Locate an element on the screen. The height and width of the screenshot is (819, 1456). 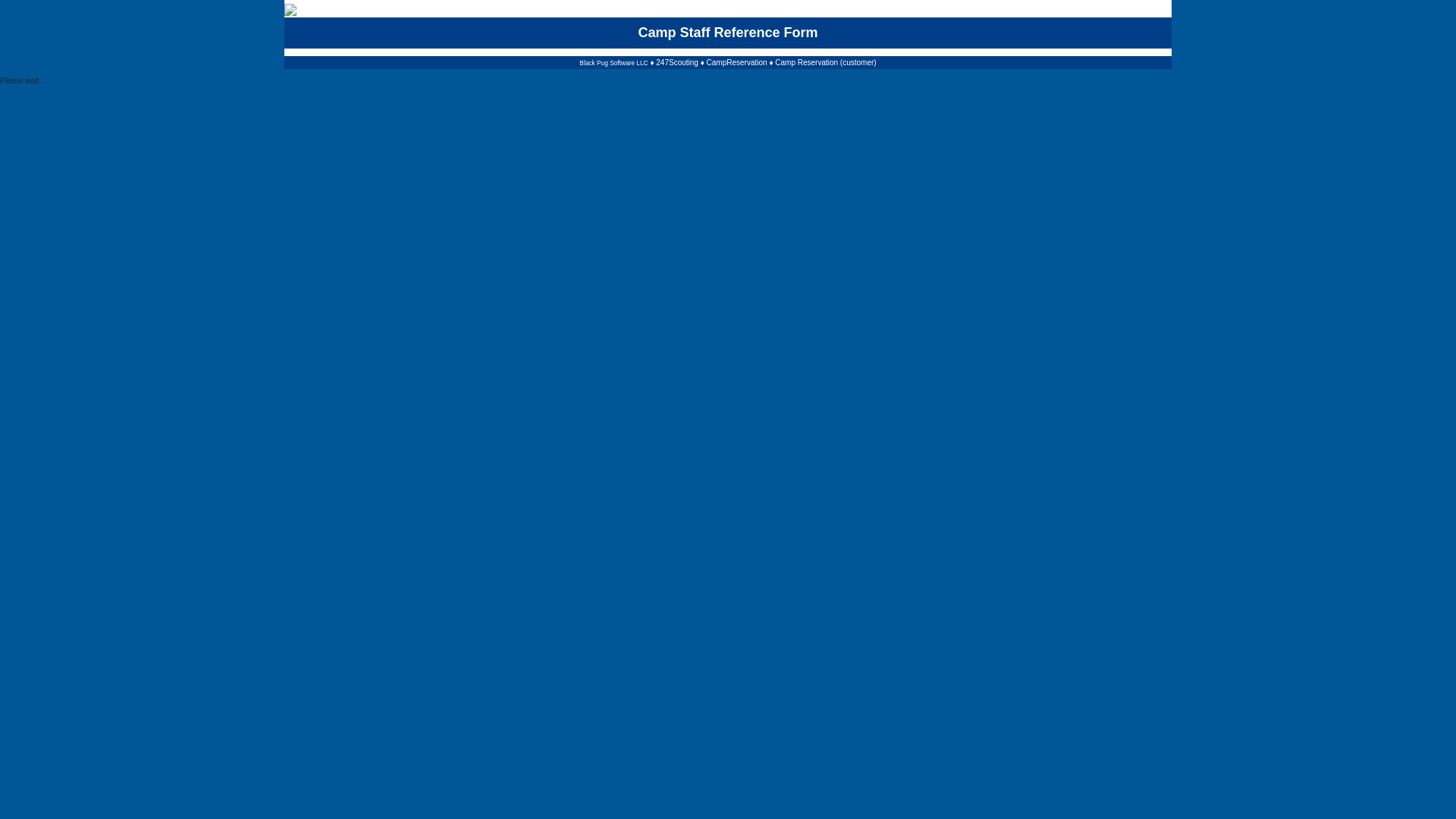
'CampReservation' is located at coordinates (736, 61).